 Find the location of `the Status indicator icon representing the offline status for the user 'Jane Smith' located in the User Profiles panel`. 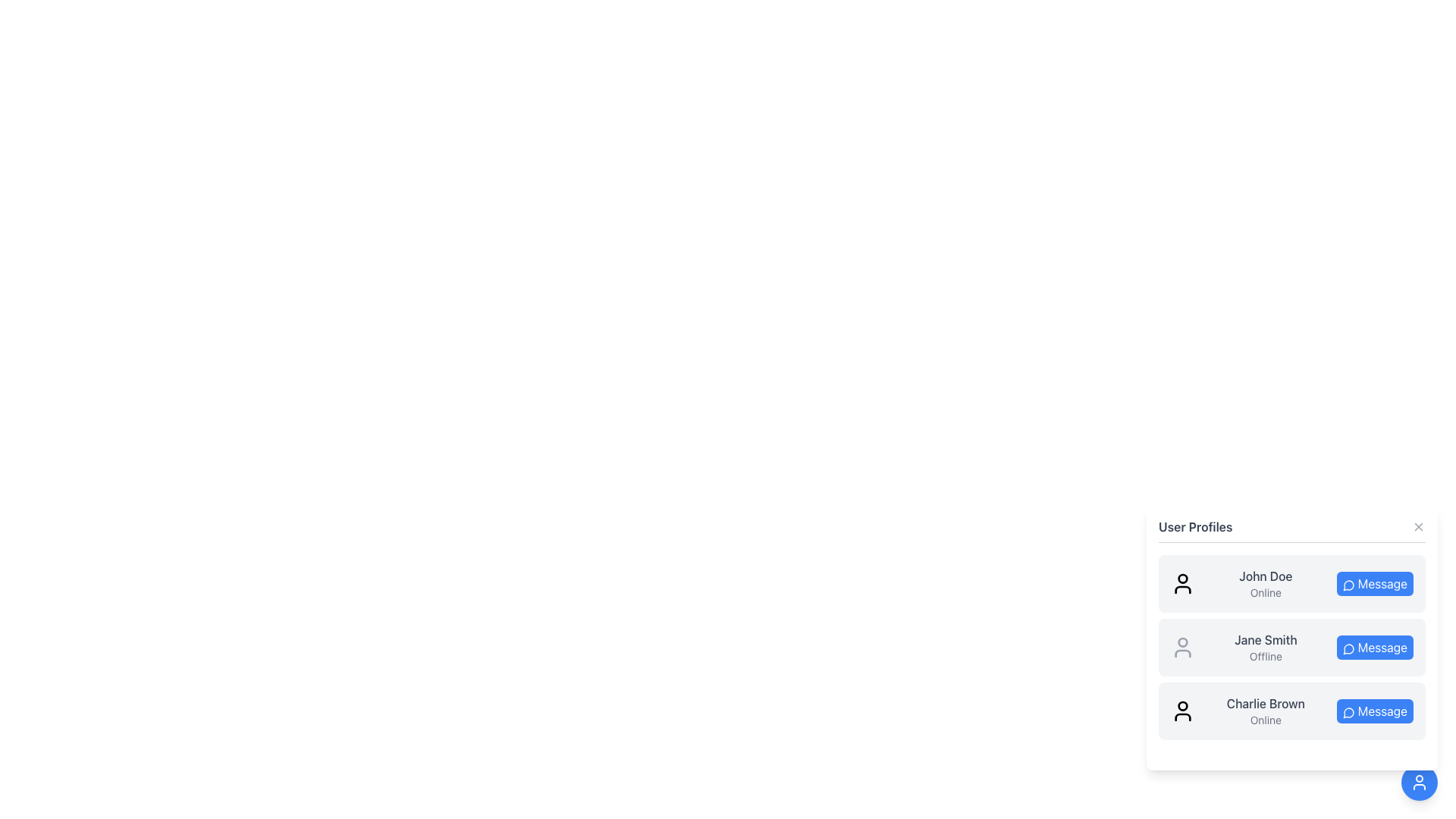

the Status indicator icon representing the offline status for the user 'Jane Smith' located in the User Profiles panel is located at coordinates (1182, 652).